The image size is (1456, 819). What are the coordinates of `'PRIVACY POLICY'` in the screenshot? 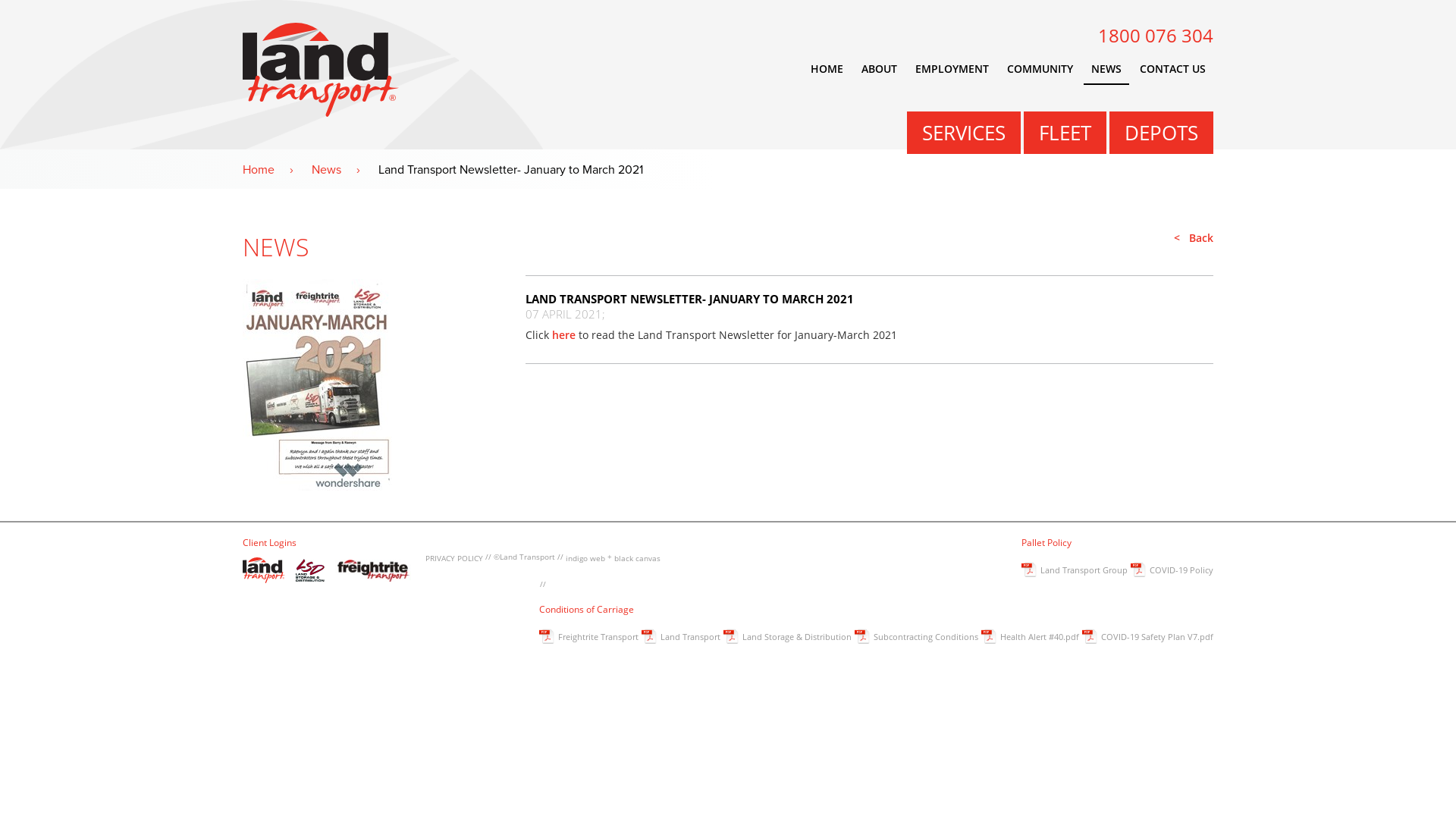 It's located at (453, 558).